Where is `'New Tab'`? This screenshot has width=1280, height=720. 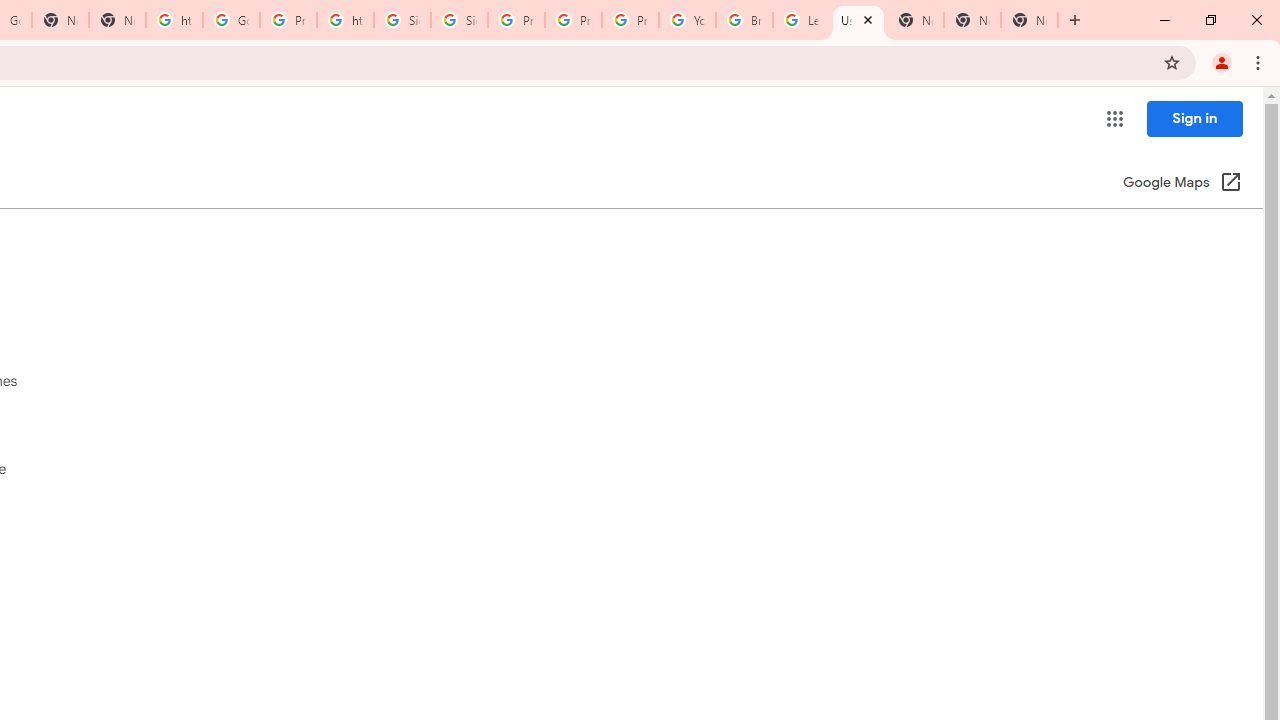
'New Tab' is located at coordinates (1074, 20).